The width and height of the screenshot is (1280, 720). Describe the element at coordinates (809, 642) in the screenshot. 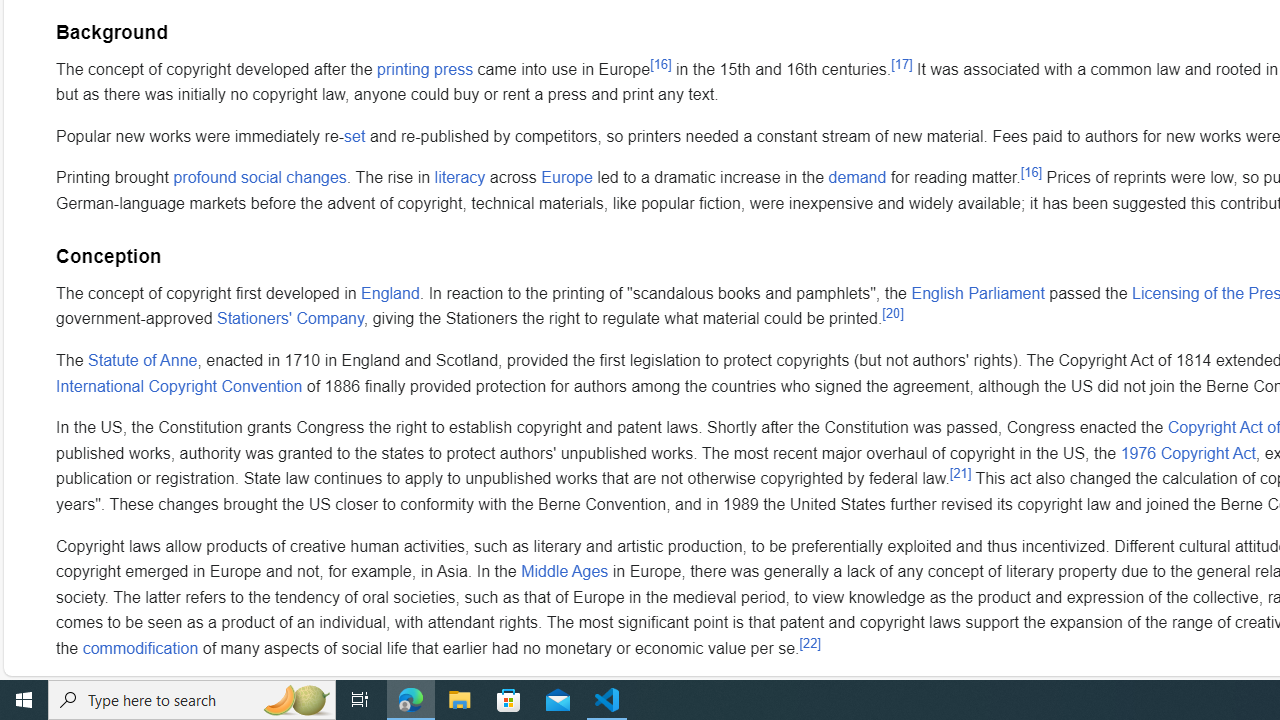

I see `'[22]'` at that location.